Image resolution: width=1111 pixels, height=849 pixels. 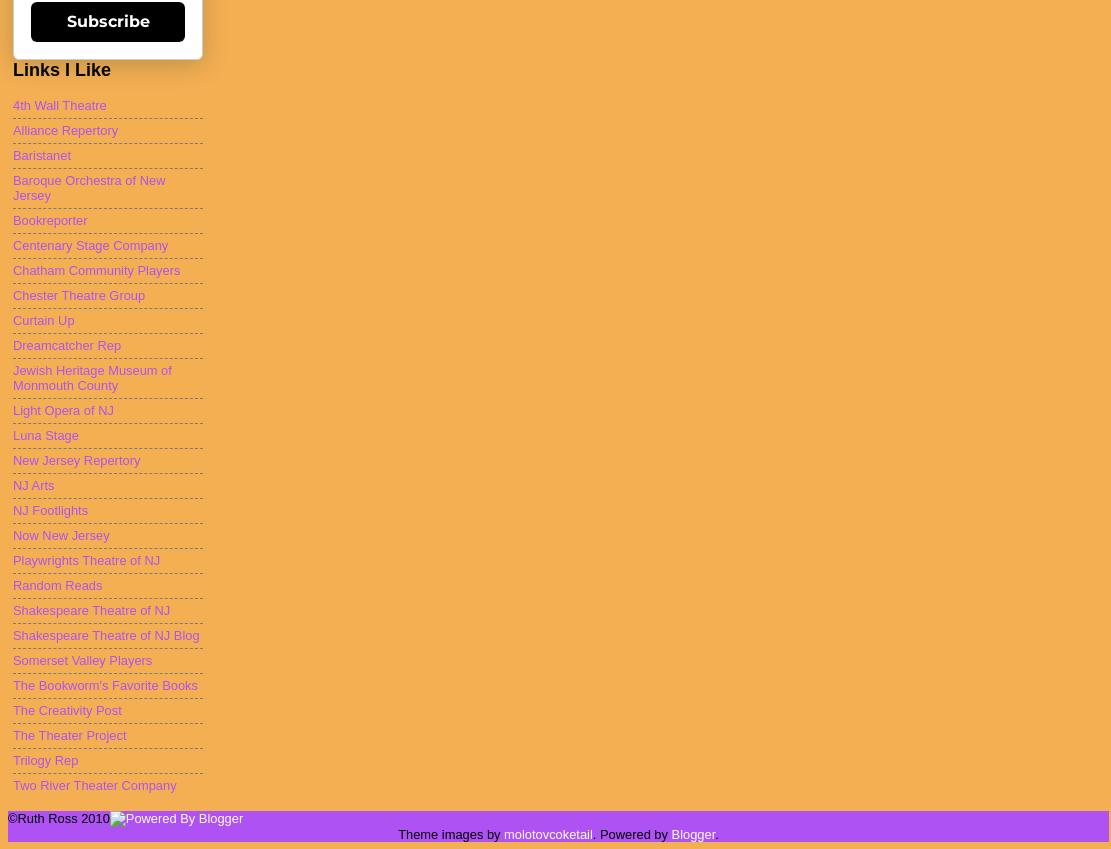 I want to click on '. Powered by', so click(x=631, y=833).